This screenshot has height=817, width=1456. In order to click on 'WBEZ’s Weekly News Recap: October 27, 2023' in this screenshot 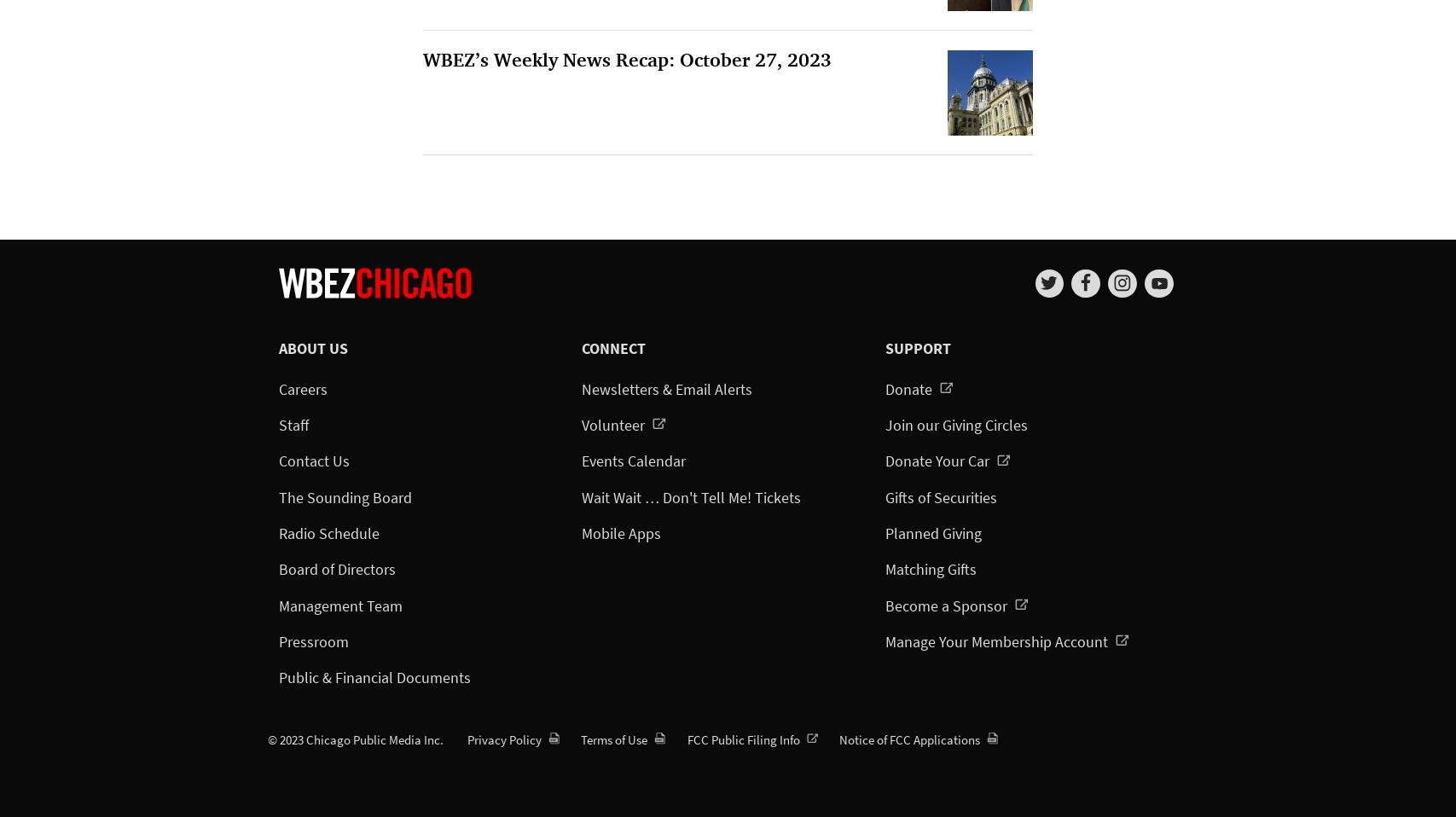, I will do `click(626, 58)`.